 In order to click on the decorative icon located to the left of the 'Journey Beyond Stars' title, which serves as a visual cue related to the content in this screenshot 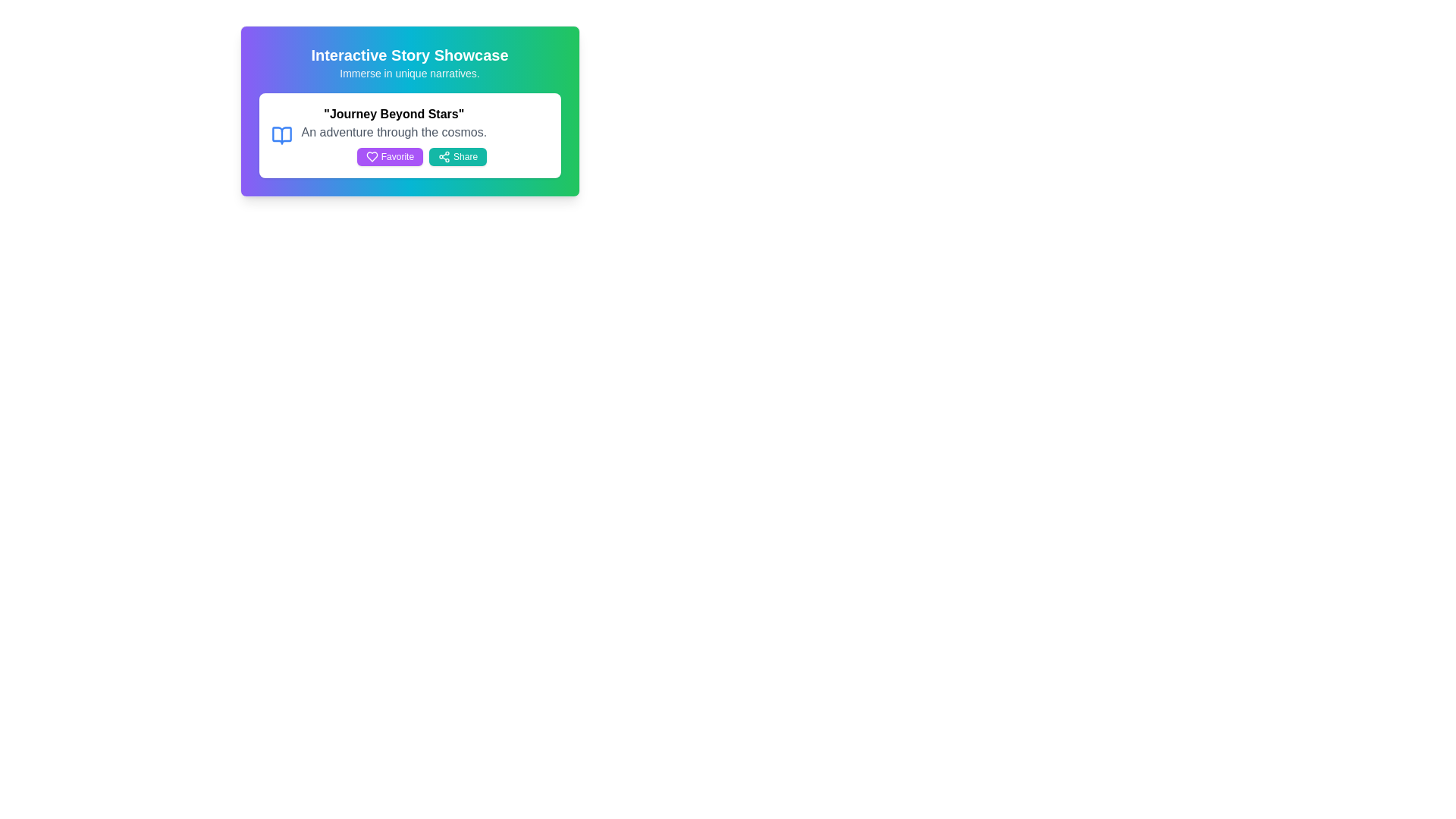, I will do `click(281, 134)`.